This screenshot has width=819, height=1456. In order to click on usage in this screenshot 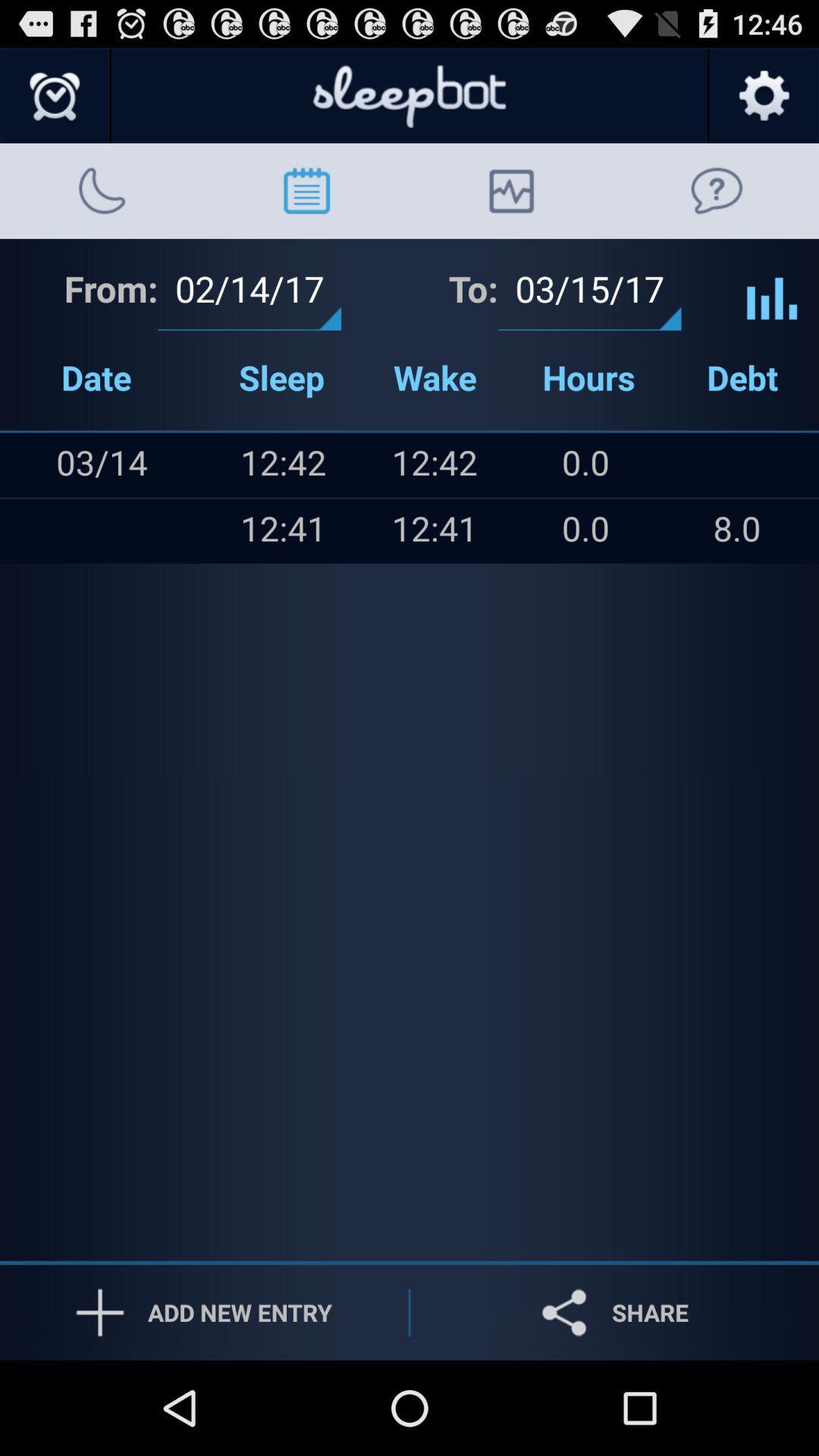, I will do `click(772, 287)`.